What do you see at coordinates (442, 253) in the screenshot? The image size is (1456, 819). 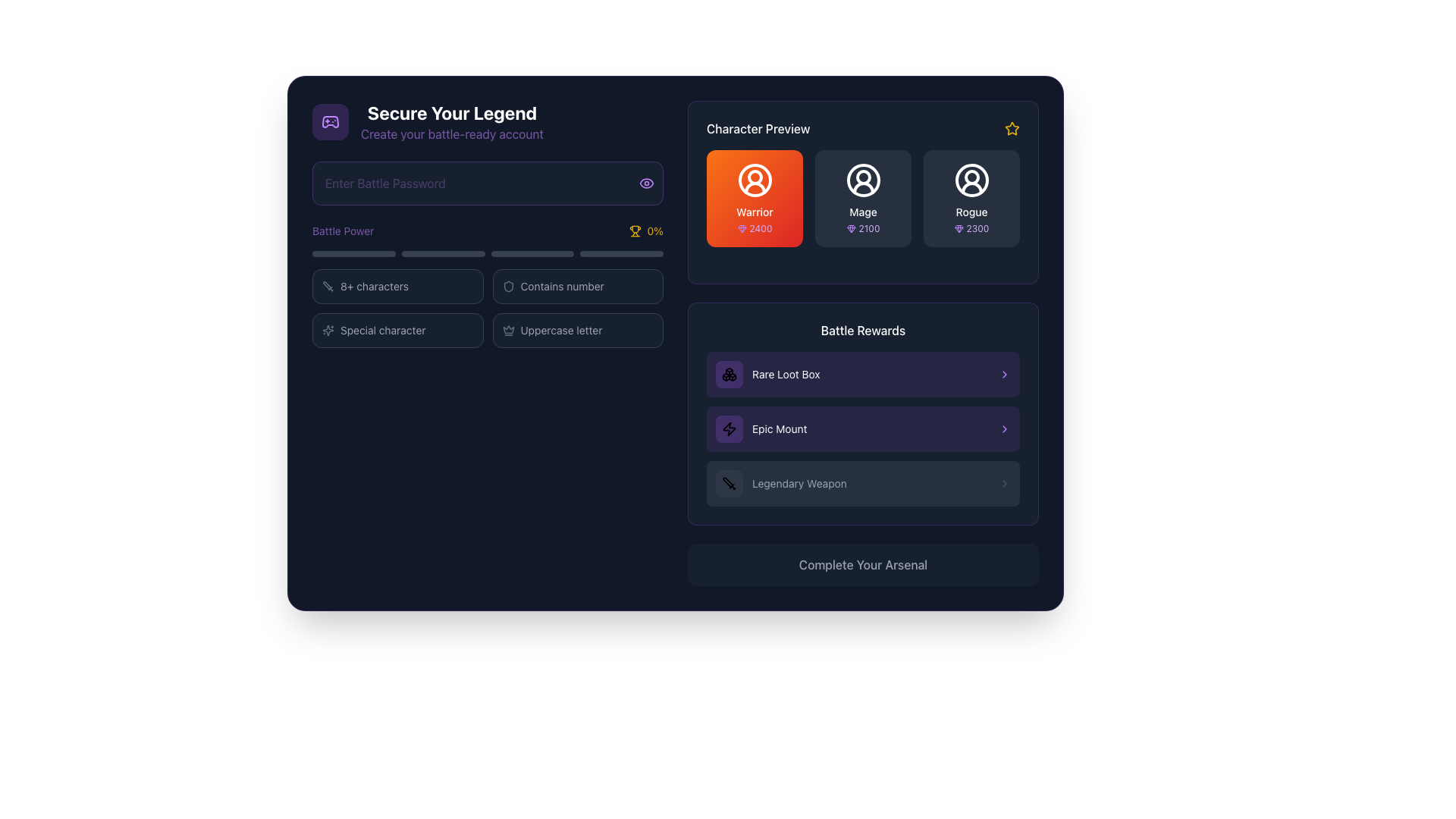 I see `the visual representation of the second progress indicator segment within the 'Battle Power' section, which is part of a grid layout of four identical elements` at bounding box center [442, 253].